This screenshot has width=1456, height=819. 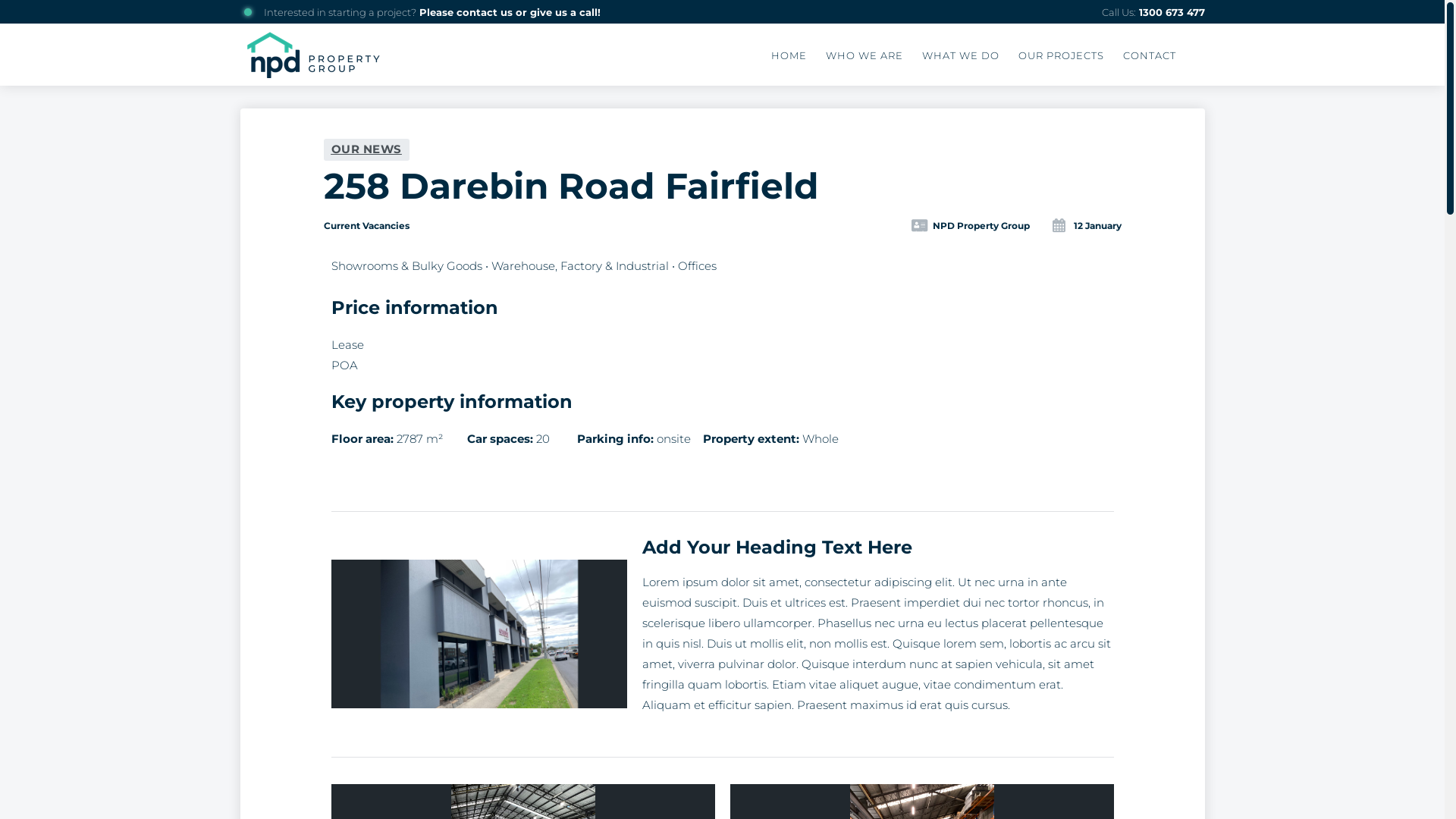 I want to click on 'WHAT WE DO', so click(x=921, y=55).